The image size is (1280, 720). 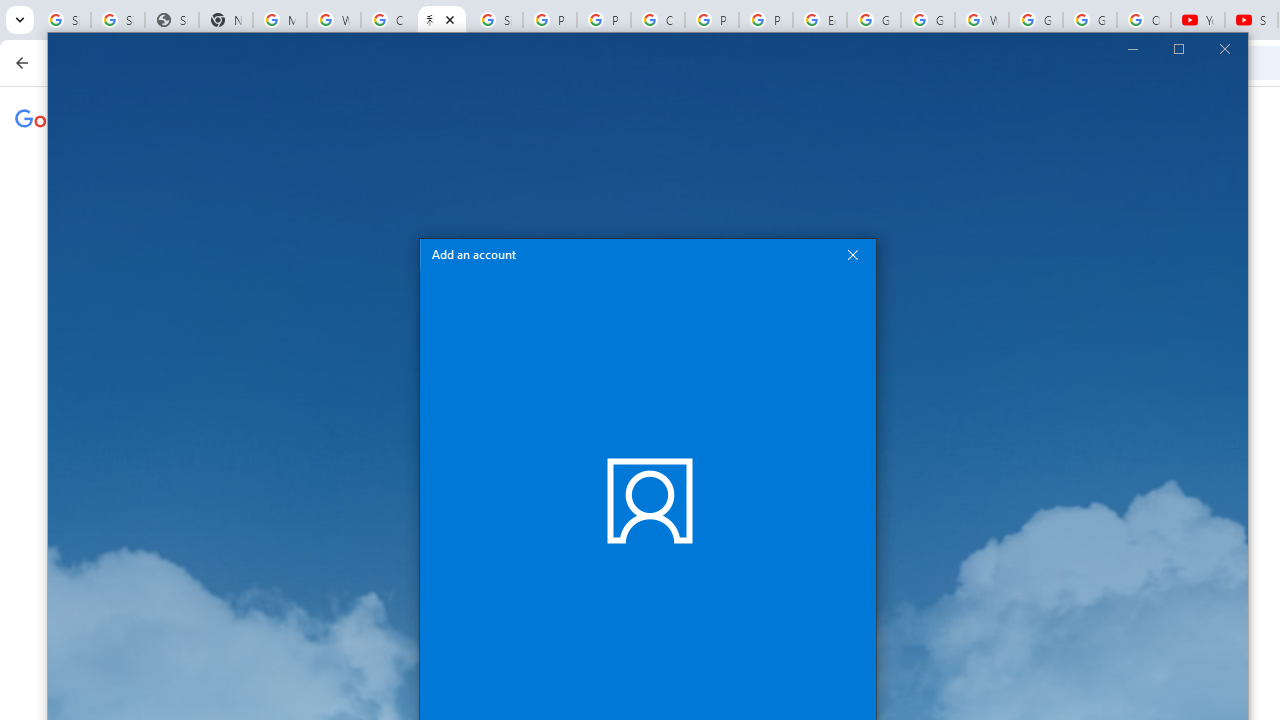 What do you see at coordinates (1178, 47) in the screenshot?
I see `'Maximize Mail'` at bounding box center [1178, 47].